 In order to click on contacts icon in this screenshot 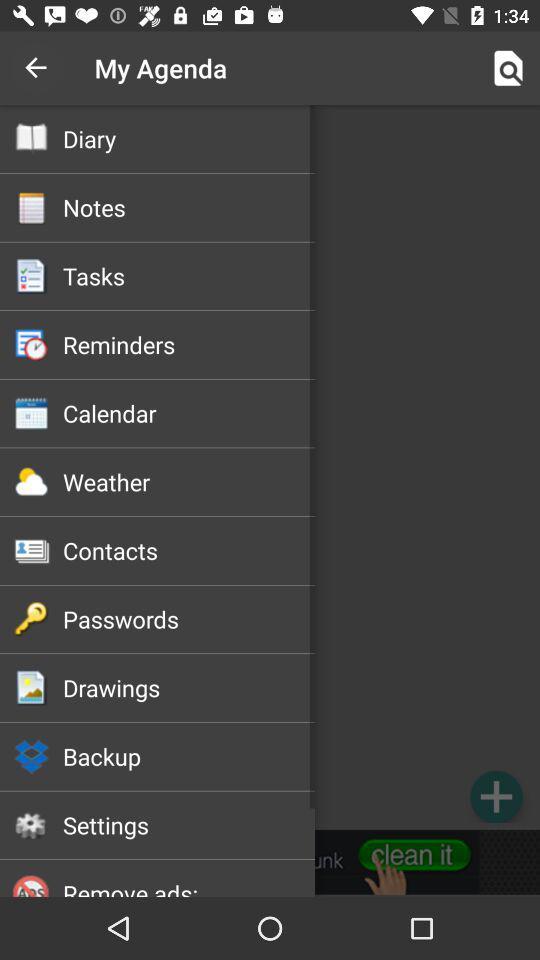, I will do `click(189, 550)`.